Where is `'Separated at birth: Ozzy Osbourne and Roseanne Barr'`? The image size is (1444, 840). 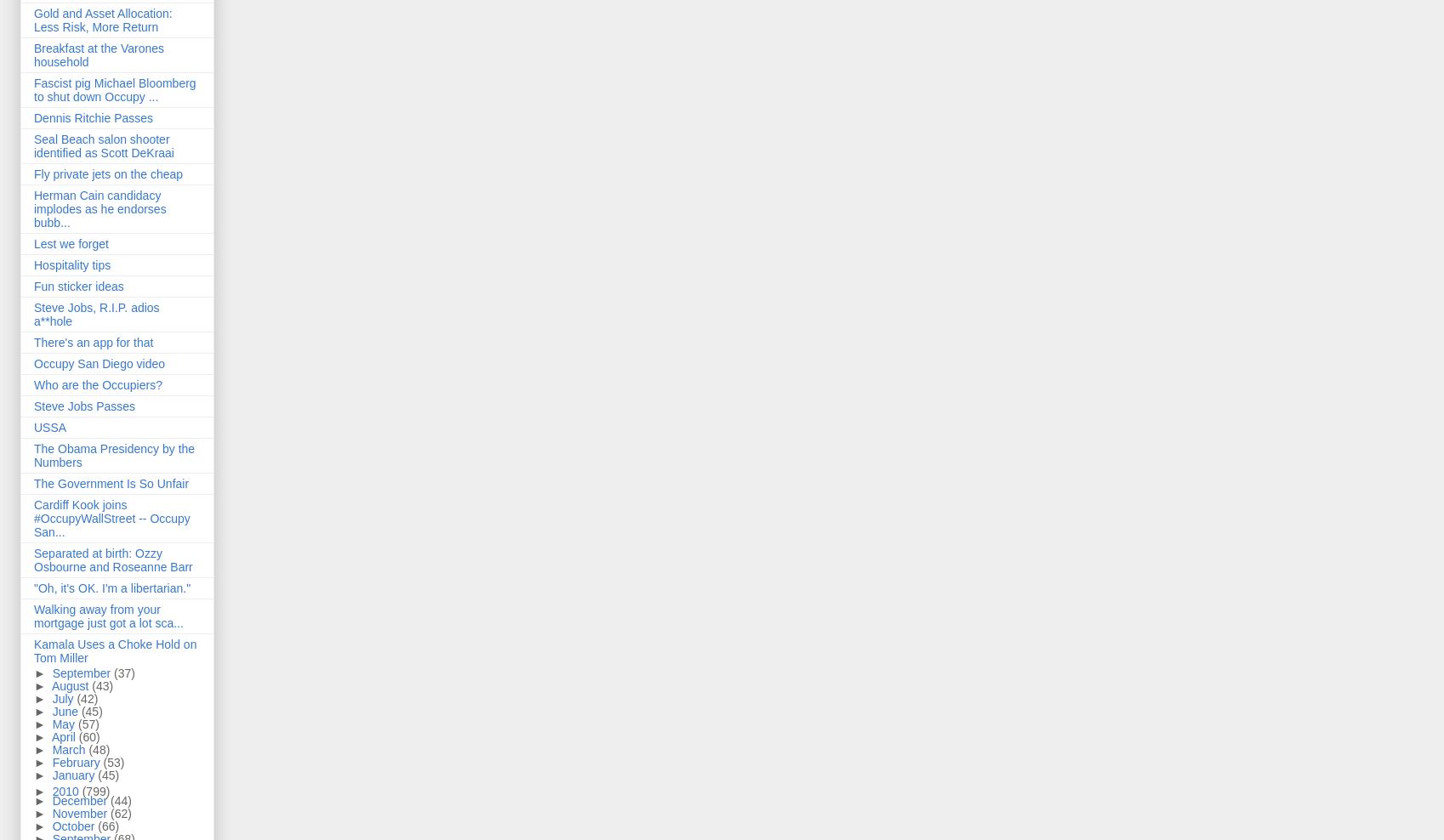 'Separated at birth: Ozzy Osbourne and Roseanne Barr' is located at coordinates (111, 559).